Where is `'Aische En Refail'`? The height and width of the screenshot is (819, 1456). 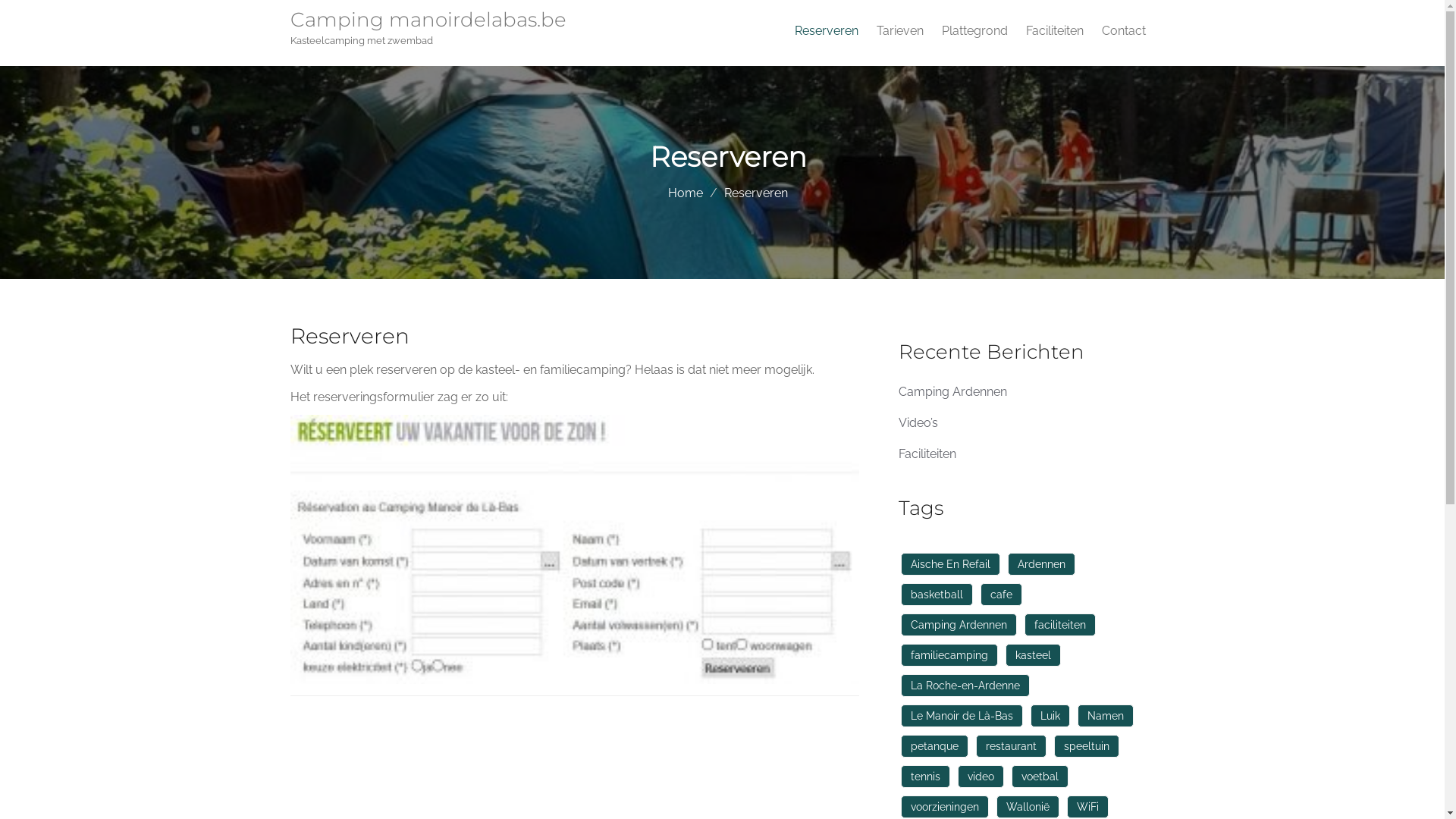 'Aische En Refail' is located at coordinates (949, 564).